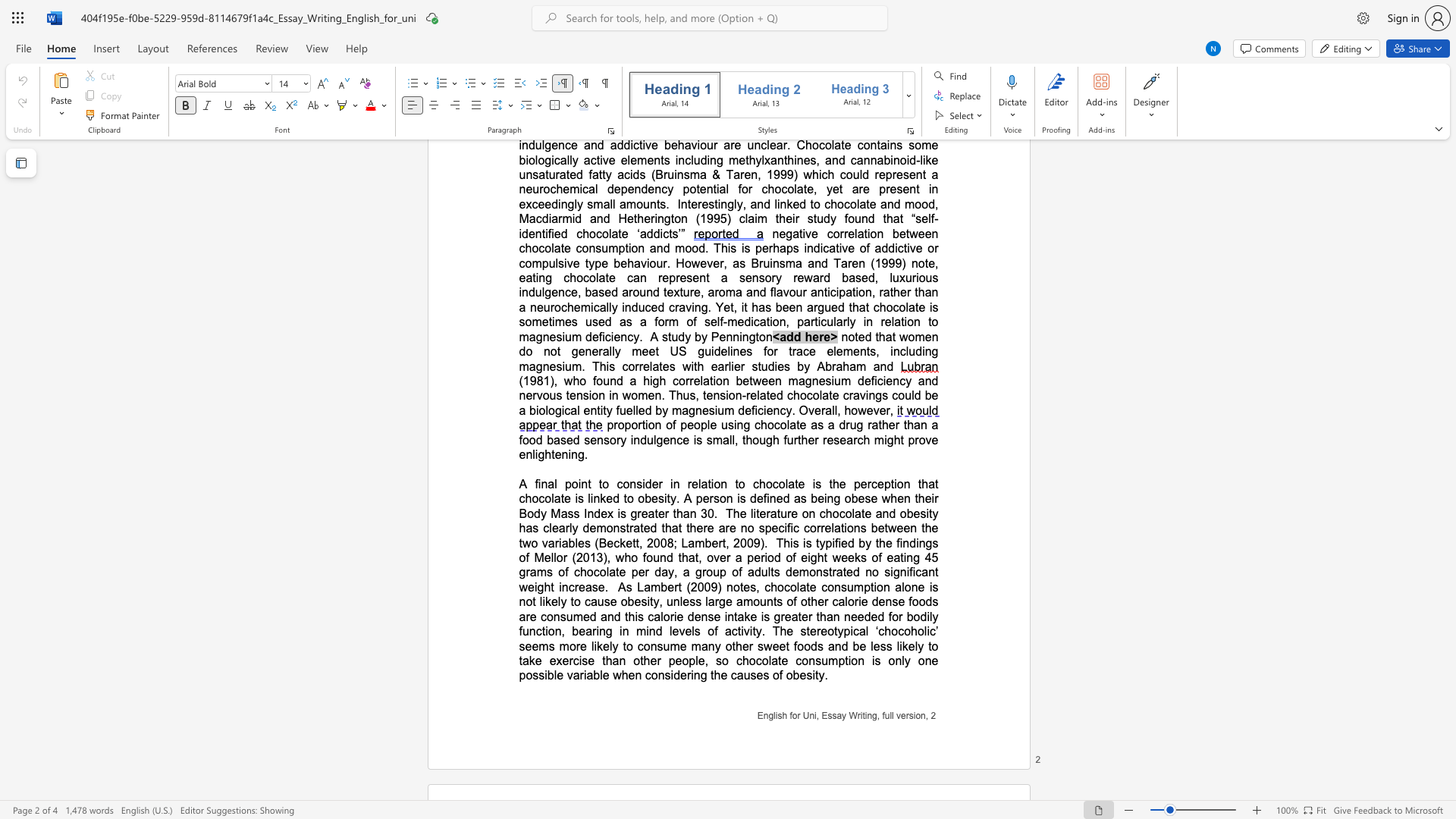  What do you see at coordinates (726, 586) in the screenshot?
I see `the subset text "notes, chocolate consumption alone is not likely to ca" within the text "As Lambert (2009) notes, chocolate consumption alone is not likely to cause obesity, unless"` at bounding box center [726, 586].